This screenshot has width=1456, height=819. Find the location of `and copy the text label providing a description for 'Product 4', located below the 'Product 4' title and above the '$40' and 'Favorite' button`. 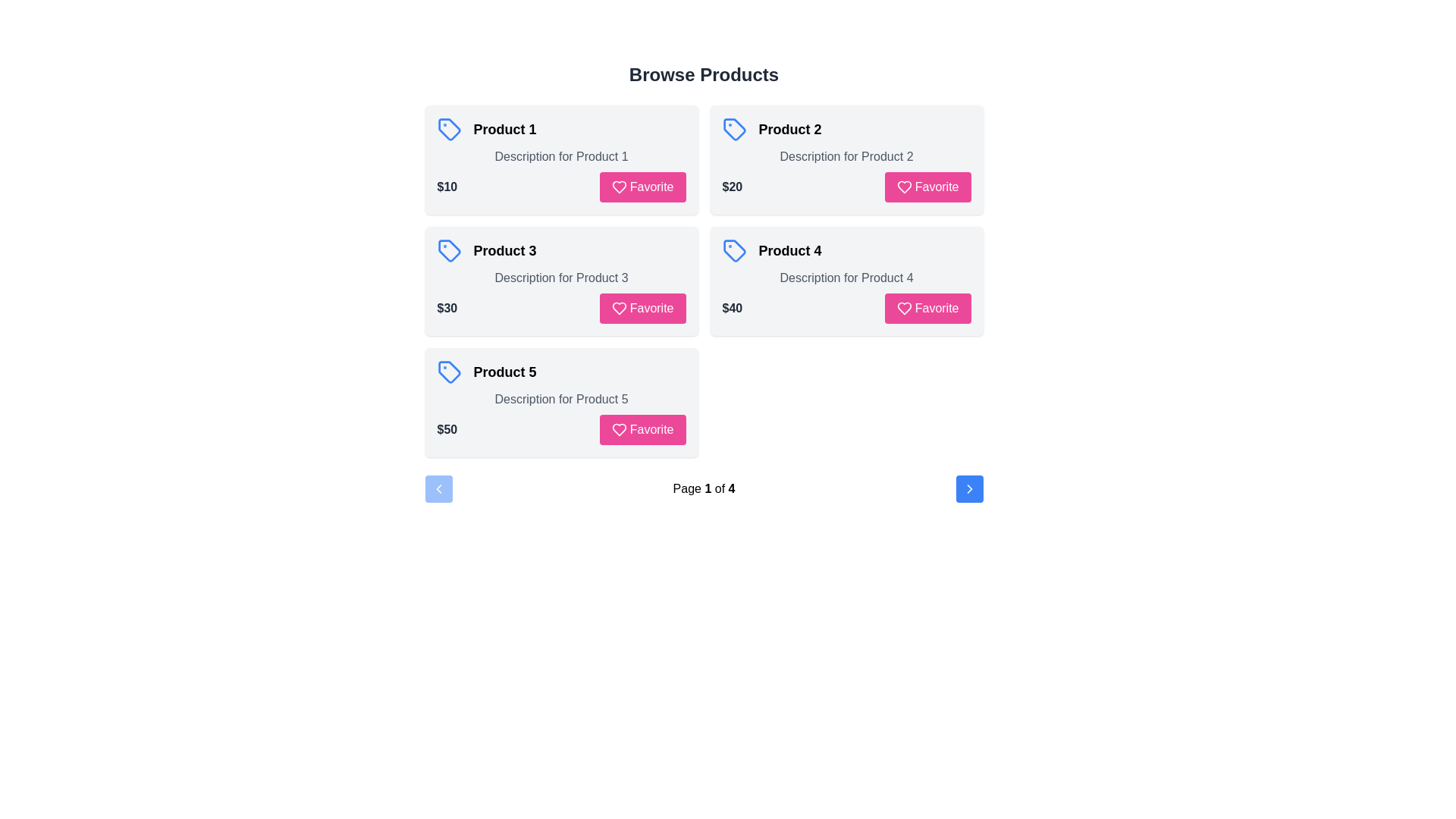

and copy the text label providing a description for 'Product 4', located below the 'Product 4' title and above the '$40' and 'Favorite' button is located at coordinates (846, 278).